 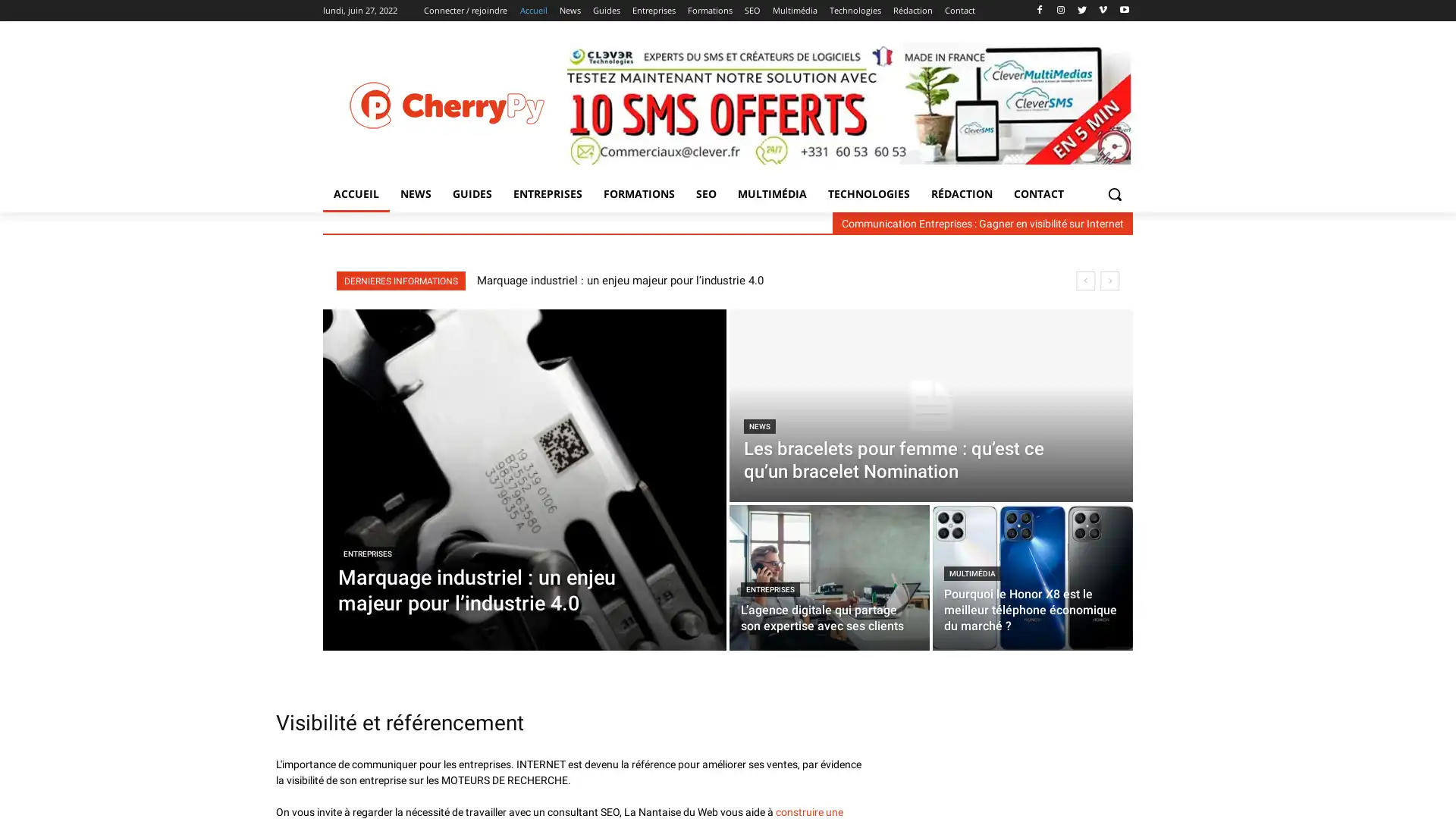 I want to click on Search, so click(x=1114, y=193).